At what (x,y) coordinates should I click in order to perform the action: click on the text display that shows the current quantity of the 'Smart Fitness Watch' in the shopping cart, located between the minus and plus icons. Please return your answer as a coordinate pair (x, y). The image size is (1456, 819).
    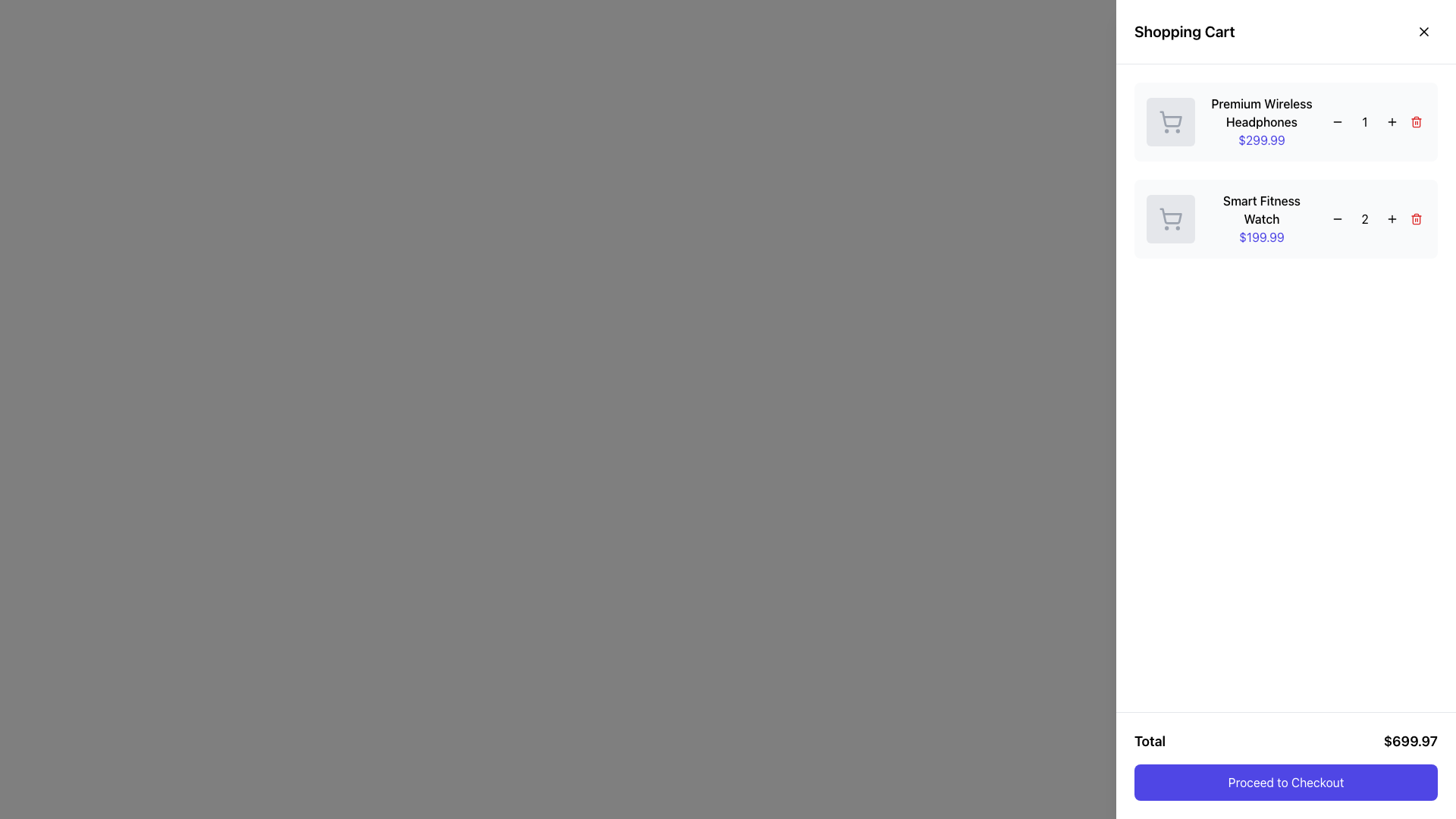
    Looking at the image, I should click on (1365, 219).